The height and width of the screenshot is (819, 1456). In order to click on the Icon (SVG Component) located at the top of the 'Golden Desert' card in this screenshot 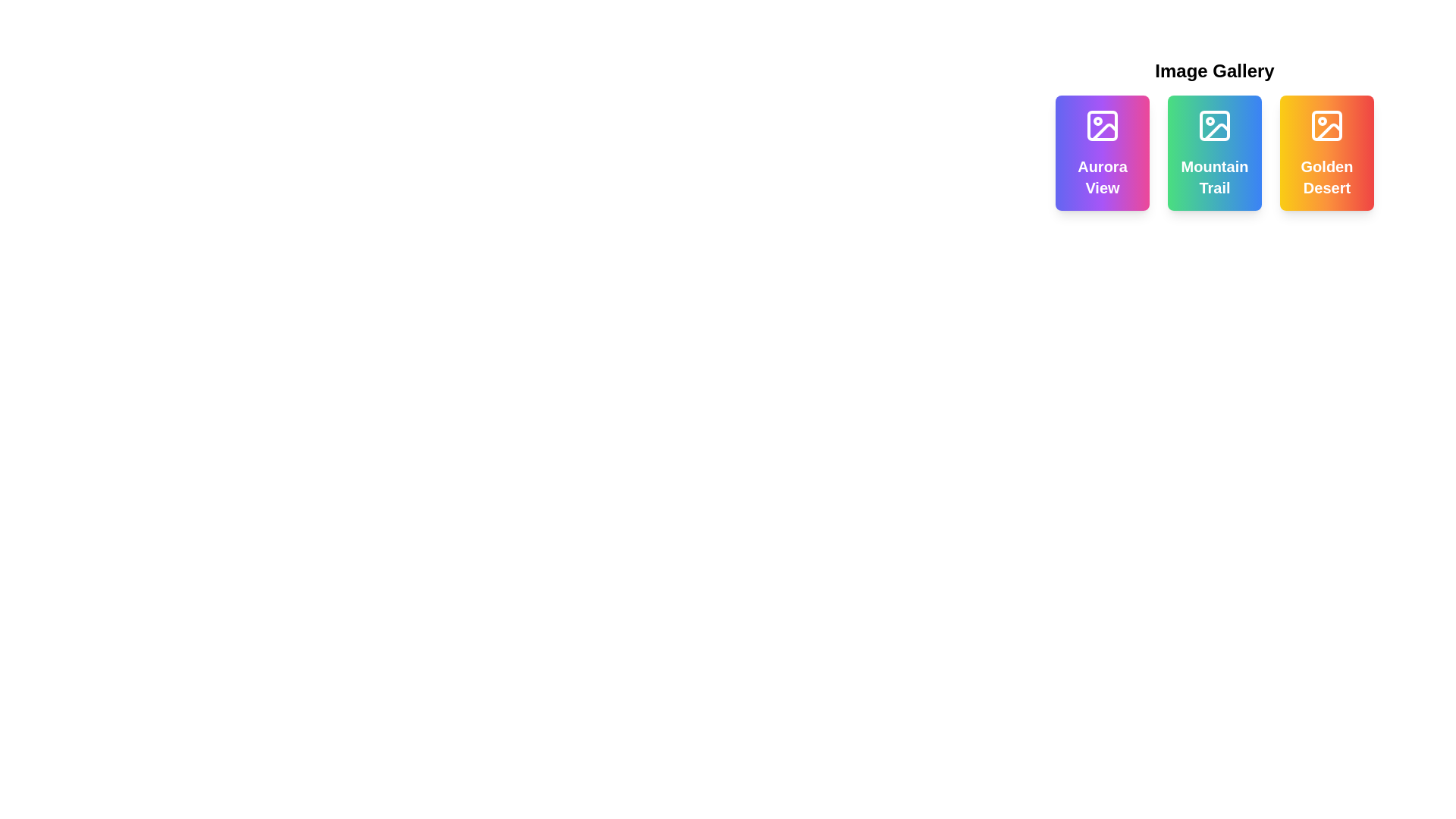, I will do `click(1326, 124)`.